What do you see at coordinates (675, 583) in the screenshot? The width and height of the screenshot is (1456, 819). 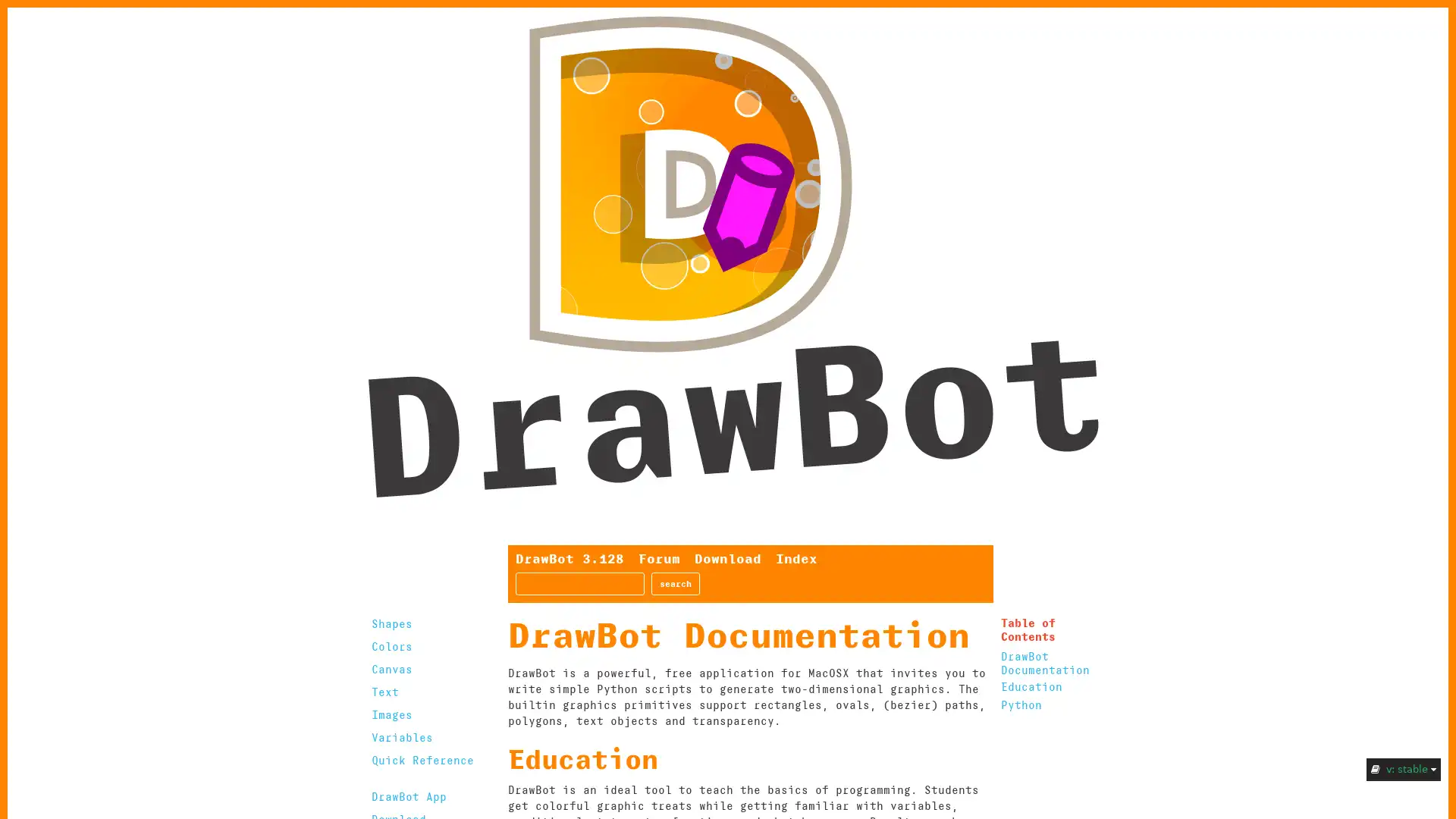 I see `search` at bounding box center [675, 583].